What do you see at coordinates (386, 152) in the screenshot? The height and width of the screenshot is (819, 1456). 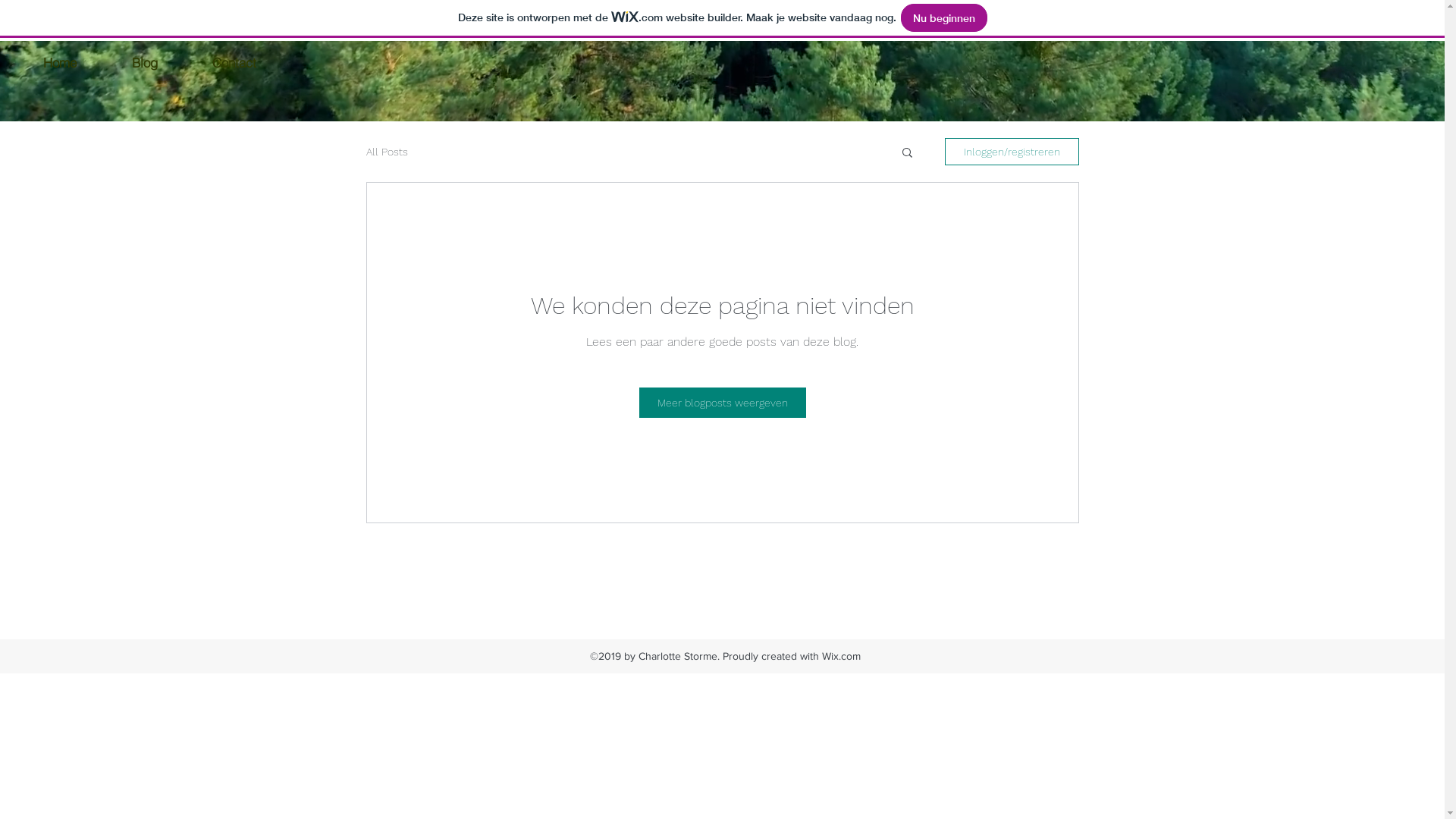 I see `'All Posts'` at bounding box center [386, 152].